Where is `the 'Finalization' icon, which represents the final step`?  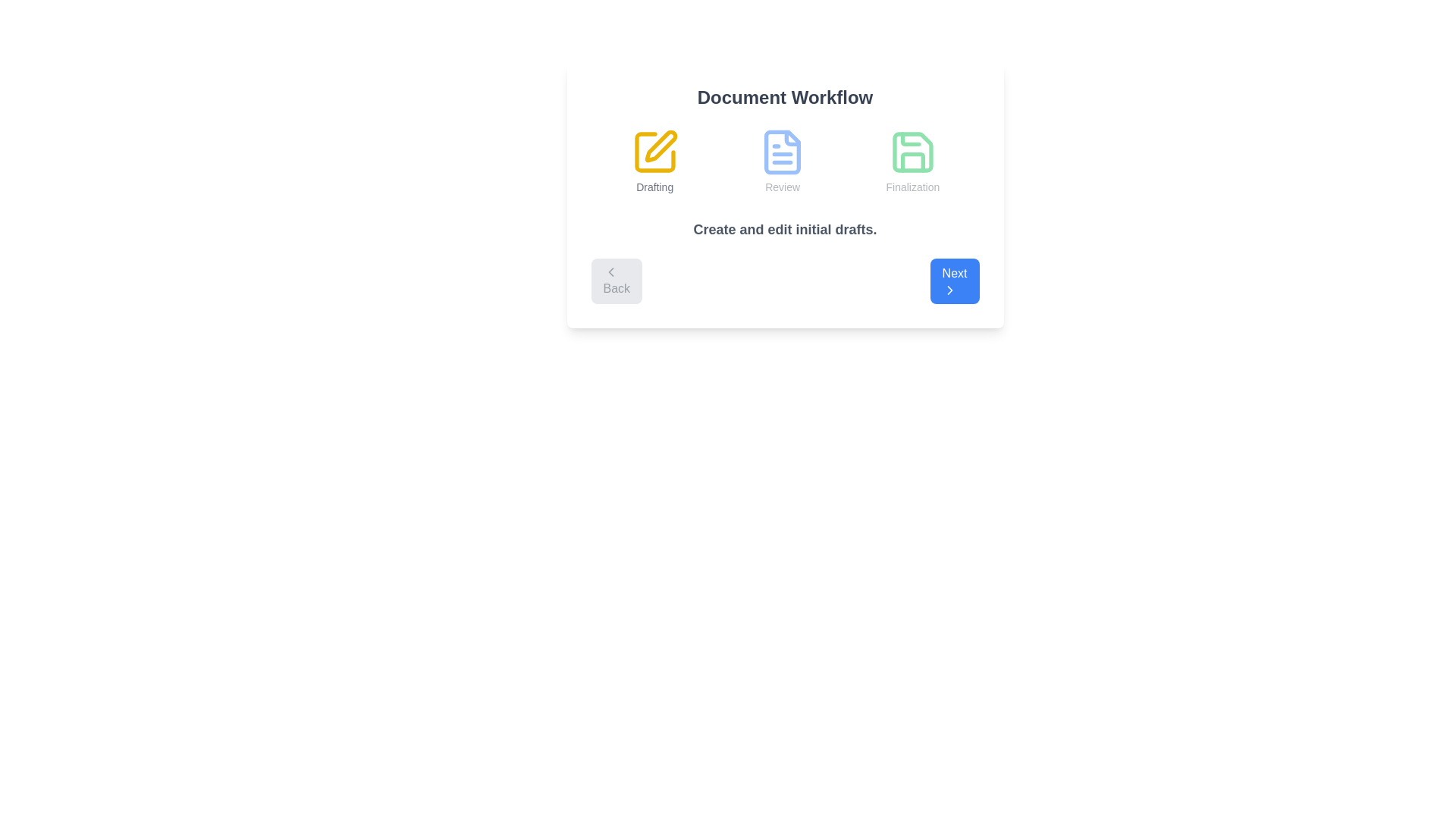
the 'Finalization' icon, which represents the final step is located at coordinates (912, 152).